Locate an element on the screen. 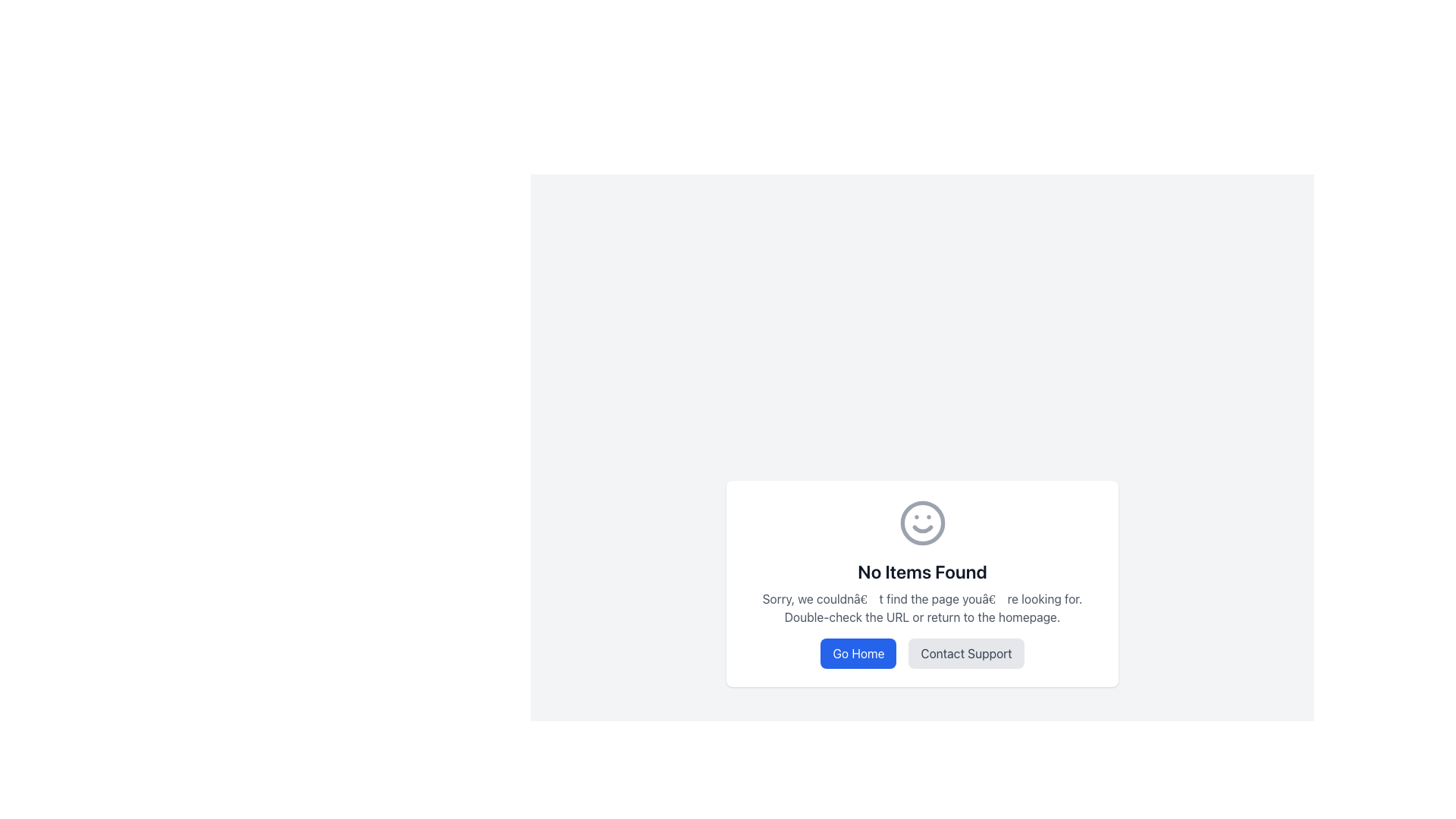 Image resolution: width=1456 pixels, height=819 pixels. the 'Contact Support' button, which is a rectangular button with a gray background and rounded corners, located directly adjacent to the 'Go Home' button in the lower-center of the interface is located at coordinates (921, 652).